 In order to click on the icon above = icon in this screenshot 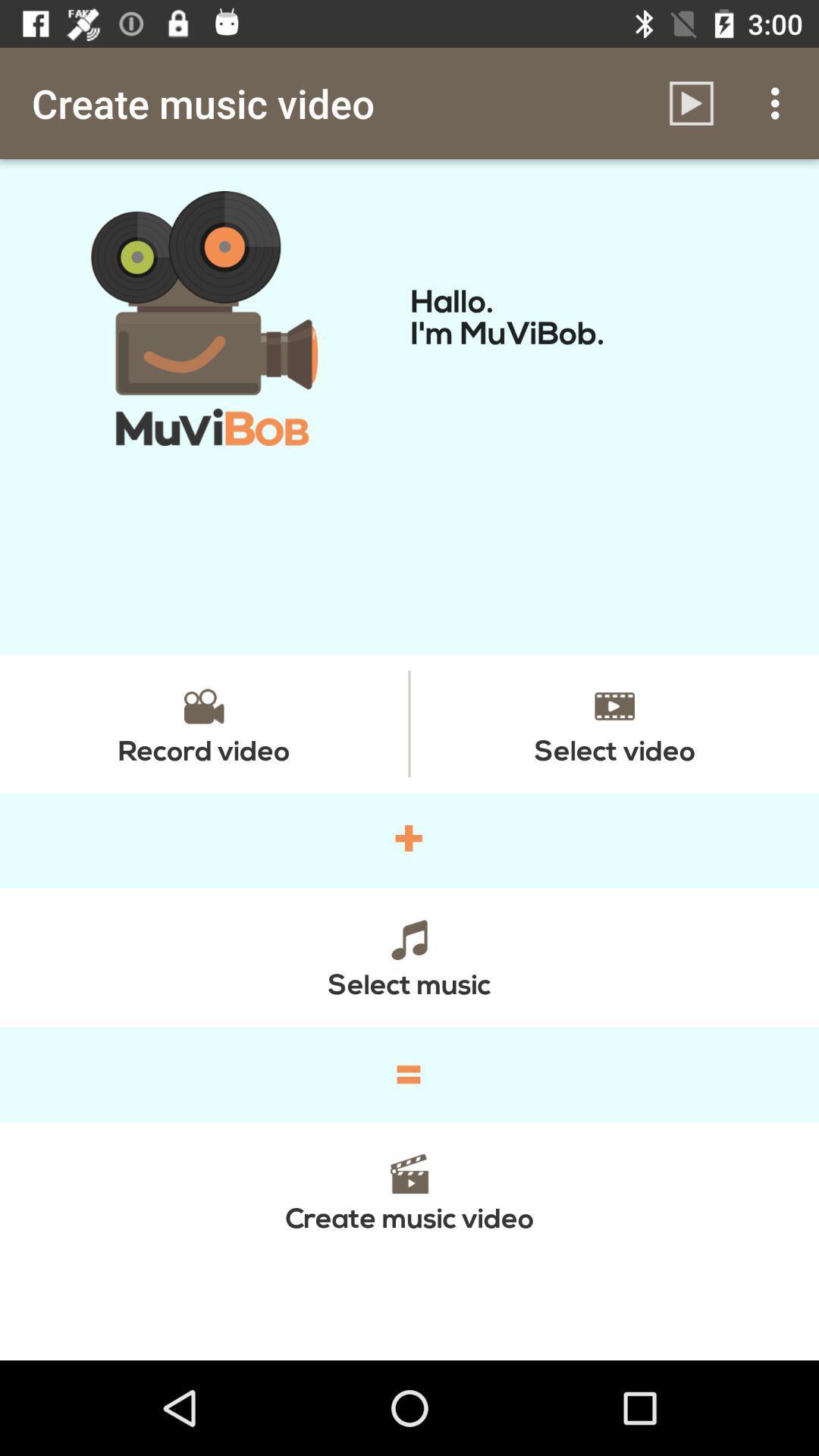, I will do `click(409, 956)`.